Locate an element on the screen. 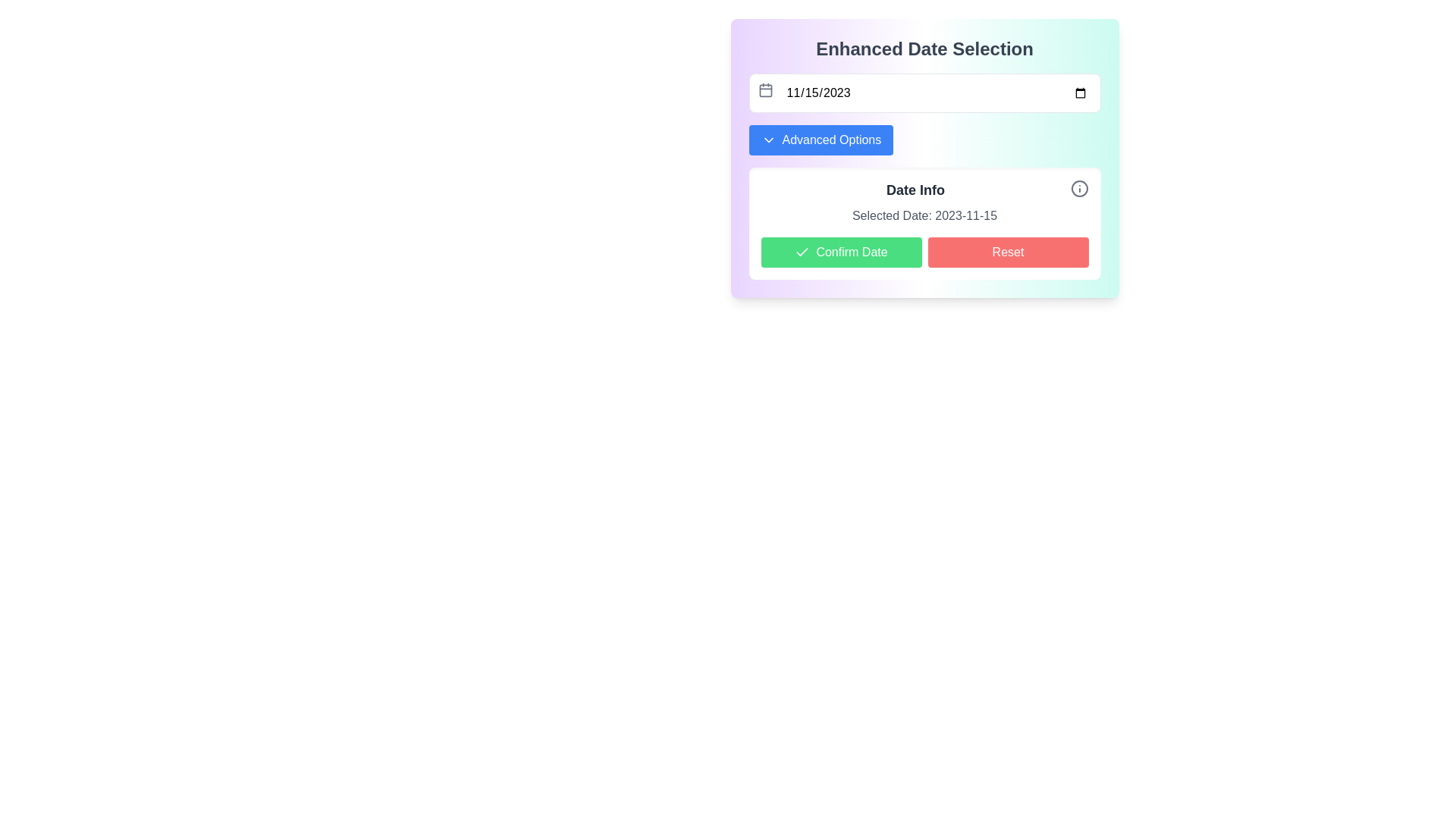 Image resolution: width=1456 pixels, height=819 pixels. the 'Confirm Date' button, which is a rectangular button with a green background and a white checkmark icon, located in the 'Date Info' section of the 'Enhanced Date Selection' panel is located at coordinates (840, 251).